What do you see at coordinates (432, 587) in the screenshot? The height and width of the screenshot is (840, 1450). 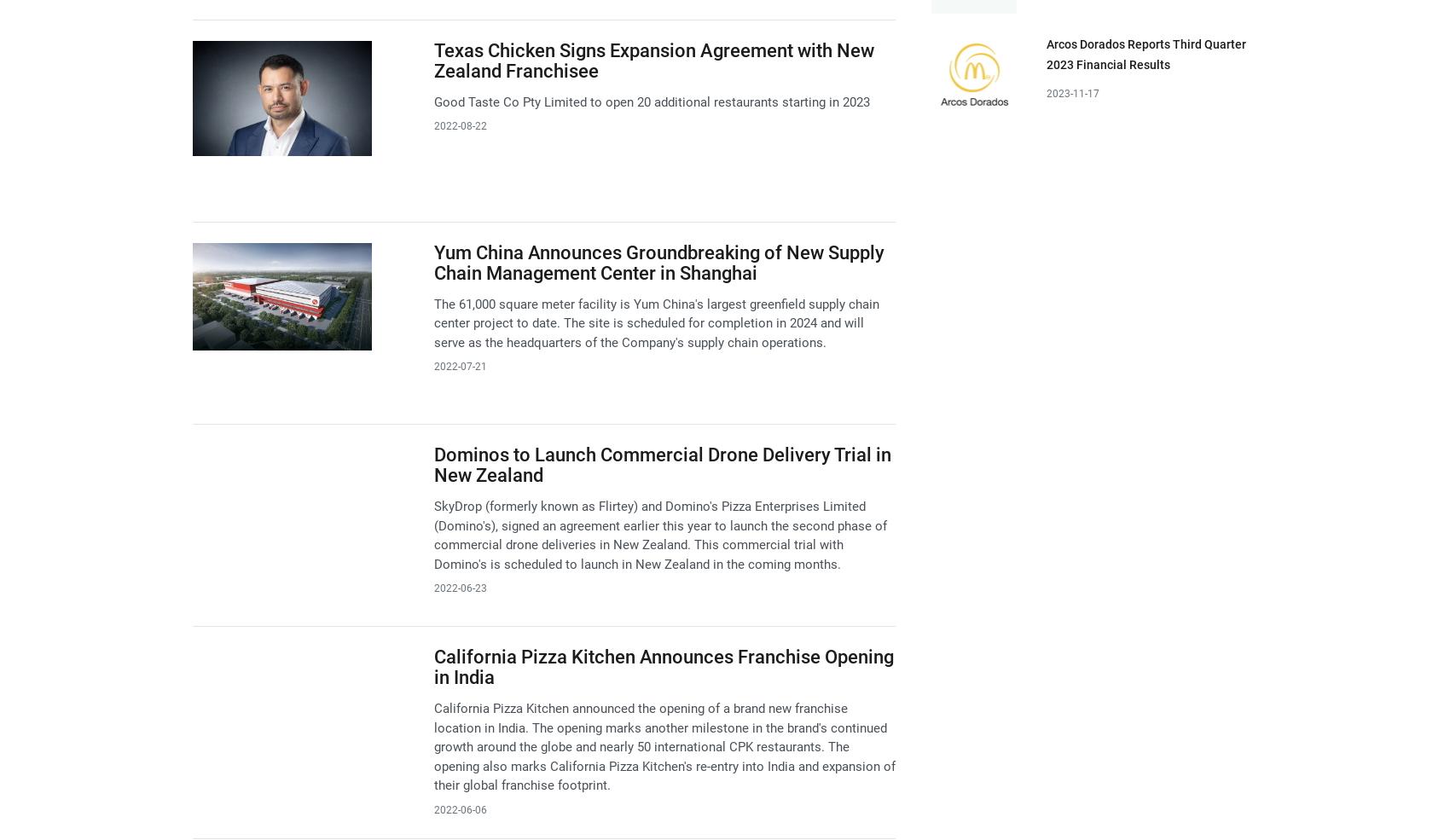 I see `'2022-06-23'` at bounding box center [432, 587].